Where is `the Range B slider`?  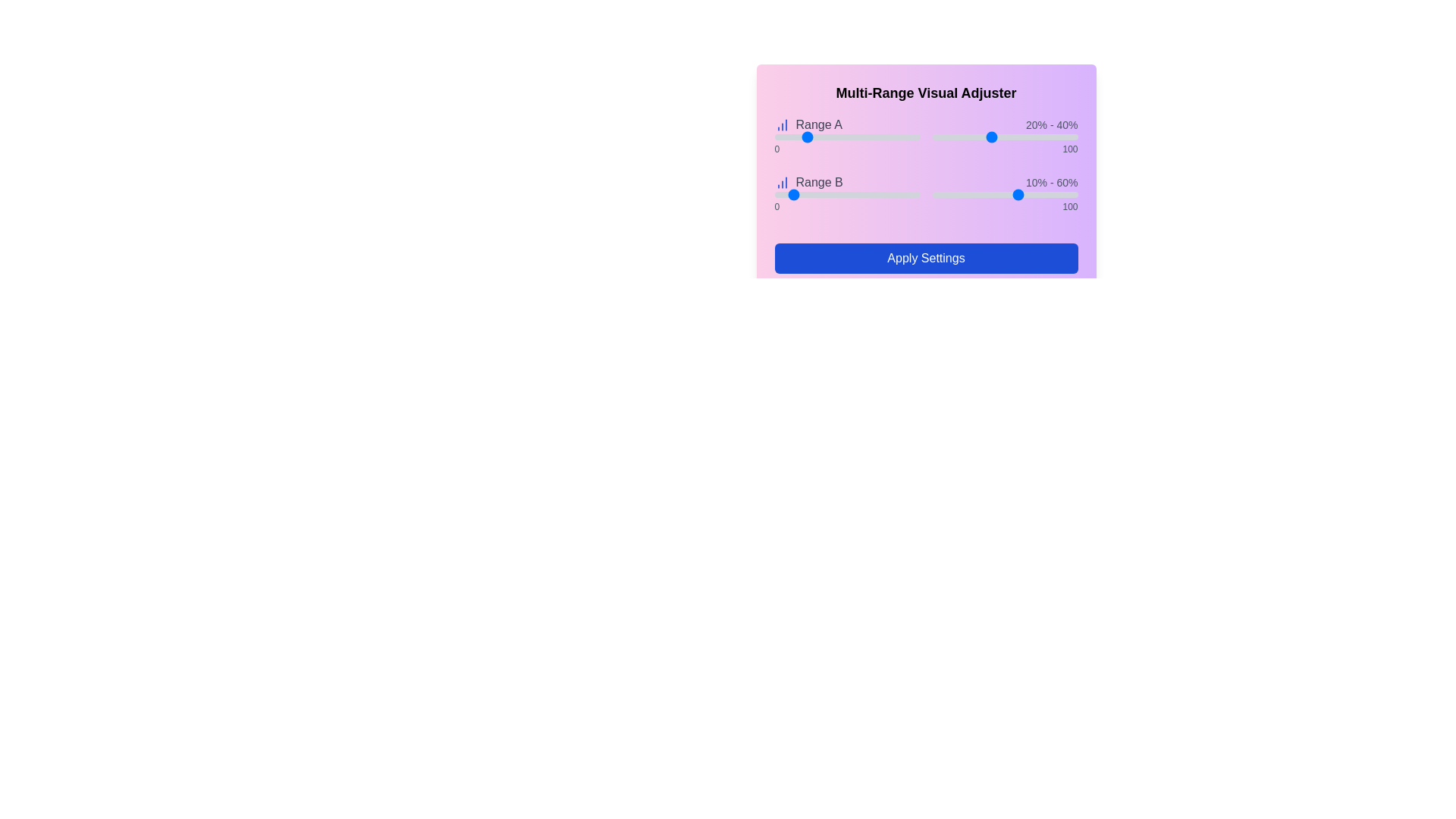 the Range B slider is located at coordinates (993, 194).